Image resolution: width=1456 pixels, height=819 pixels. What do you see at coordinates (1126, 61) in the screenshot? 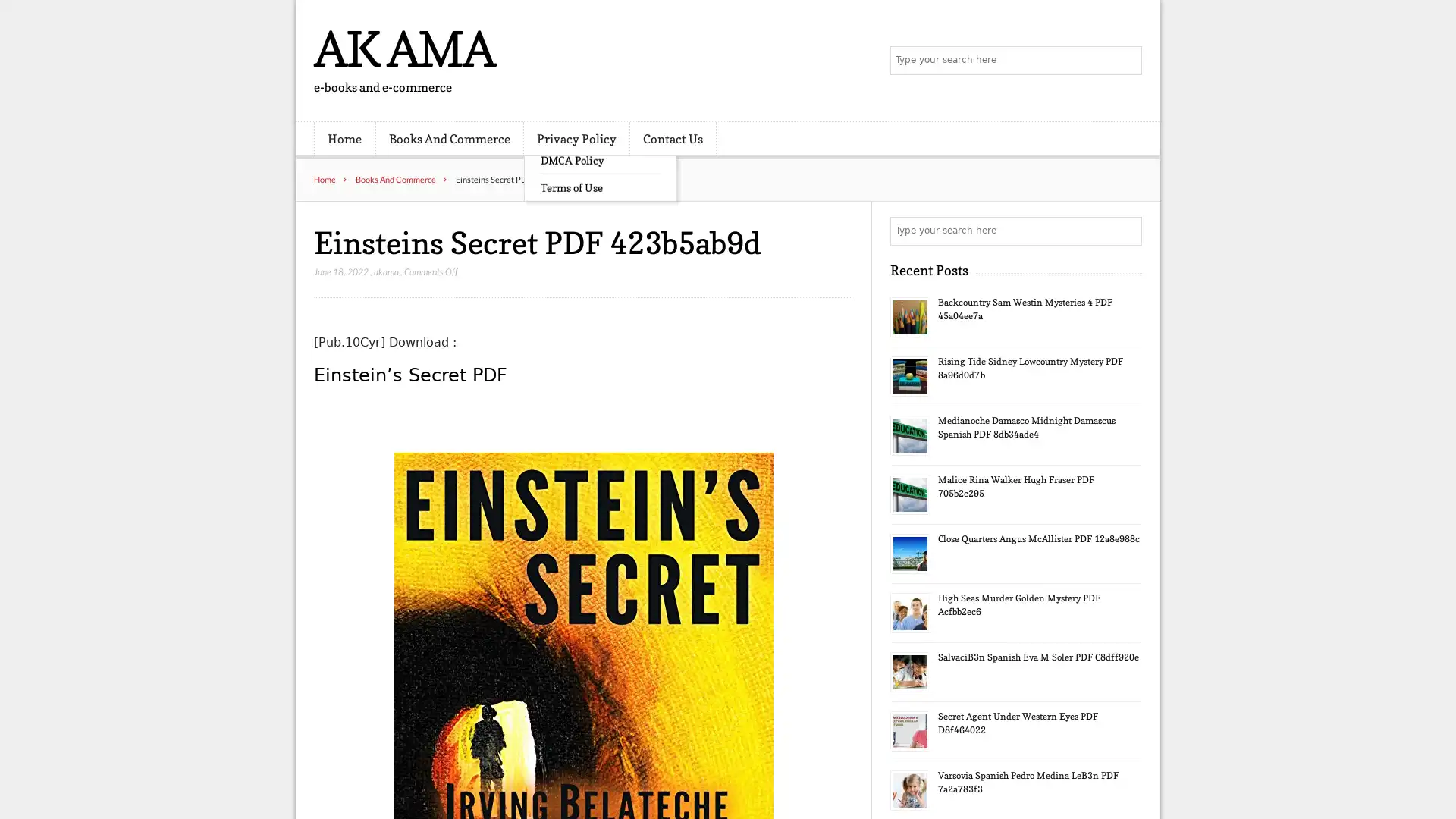
I see `Search` at bounding box center [1126, 61].